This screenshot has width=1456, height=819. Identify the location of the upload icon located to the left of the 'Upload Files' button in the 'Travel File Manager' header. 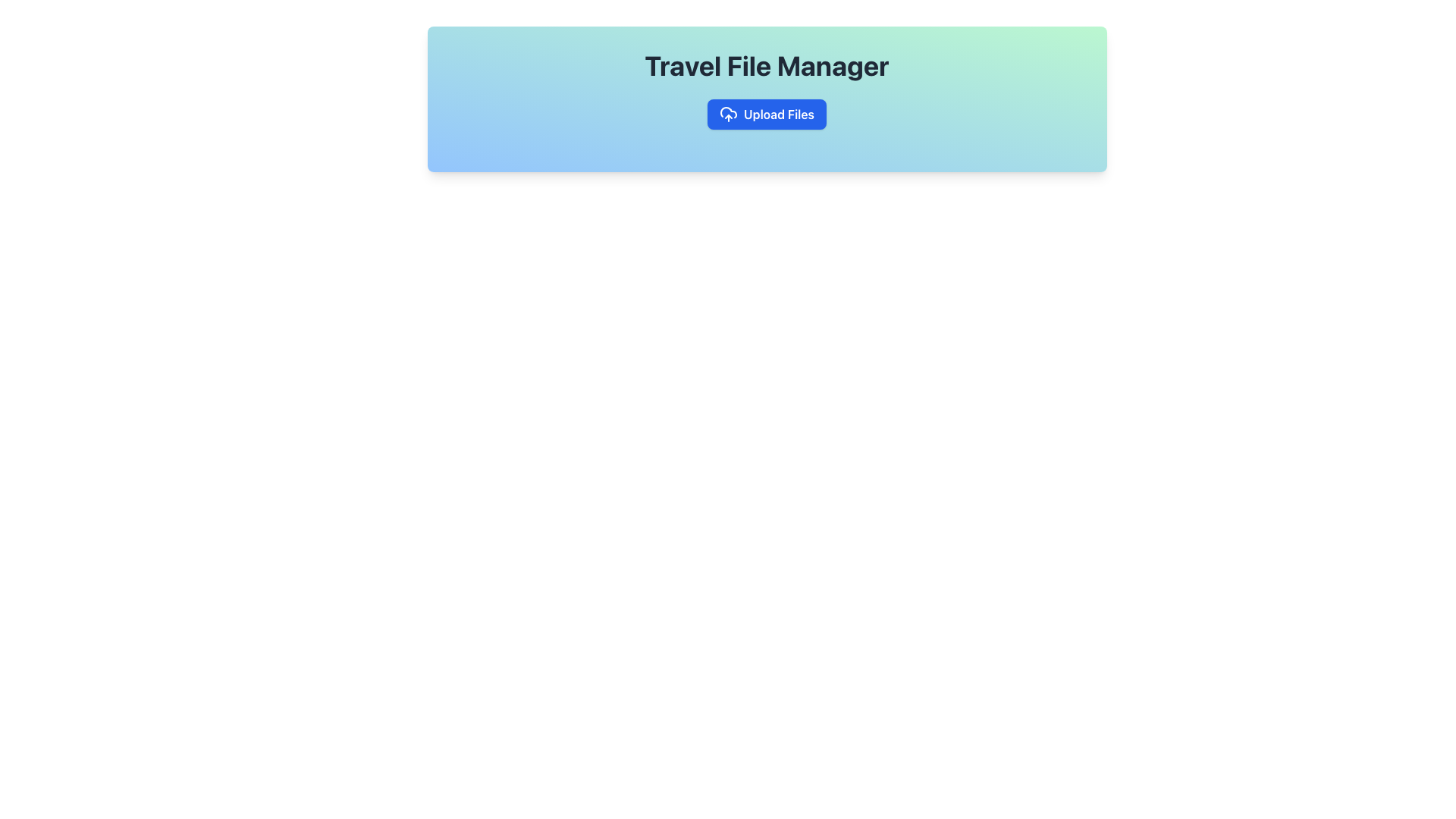
(728, 113).